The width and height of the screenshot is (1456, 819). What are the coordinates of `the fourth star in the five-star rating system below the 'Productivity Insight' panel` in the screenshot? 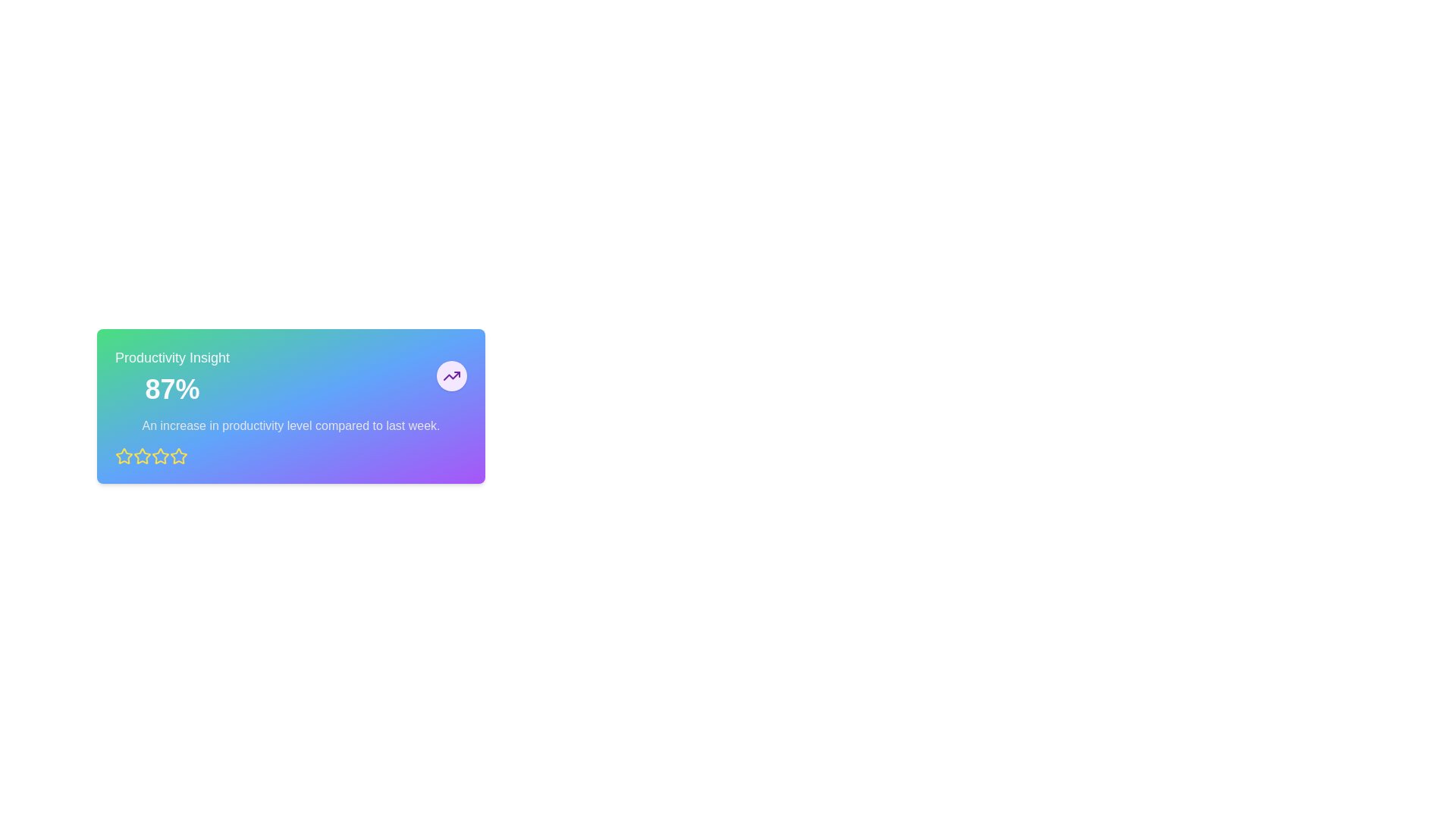 It's located at (160, 455).